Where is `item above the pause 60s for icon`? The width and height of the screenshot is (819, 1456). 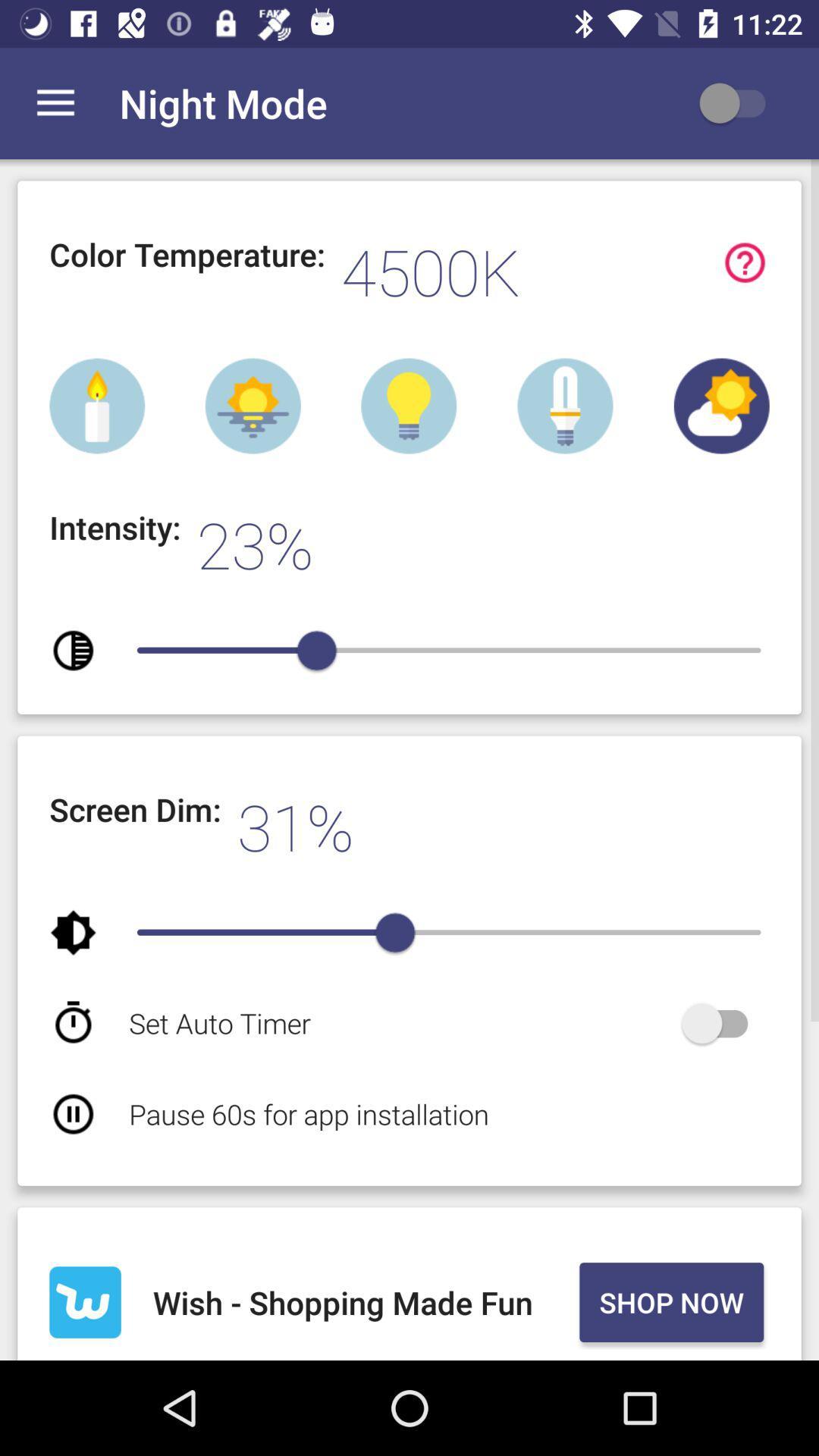 item above the pause 60s for icon is located at coordinates (401, 1023).